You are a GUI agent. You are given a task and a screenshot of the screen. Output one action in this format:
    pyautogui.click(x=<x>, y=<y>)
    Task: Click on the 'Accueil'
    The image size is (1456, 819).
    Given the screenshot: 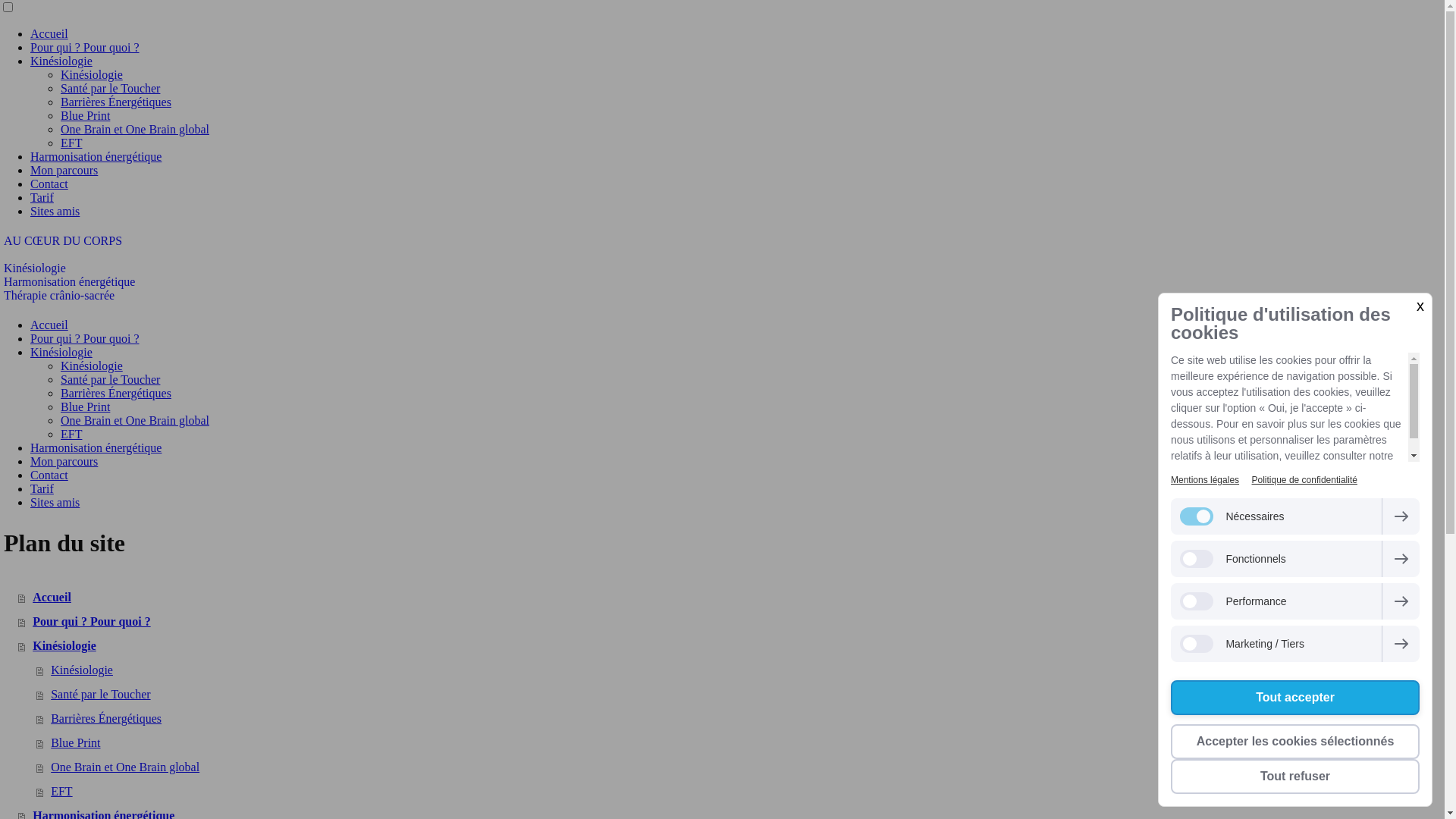 What is the action you would take?
    pyautogui.click(x=30, y=324)
    